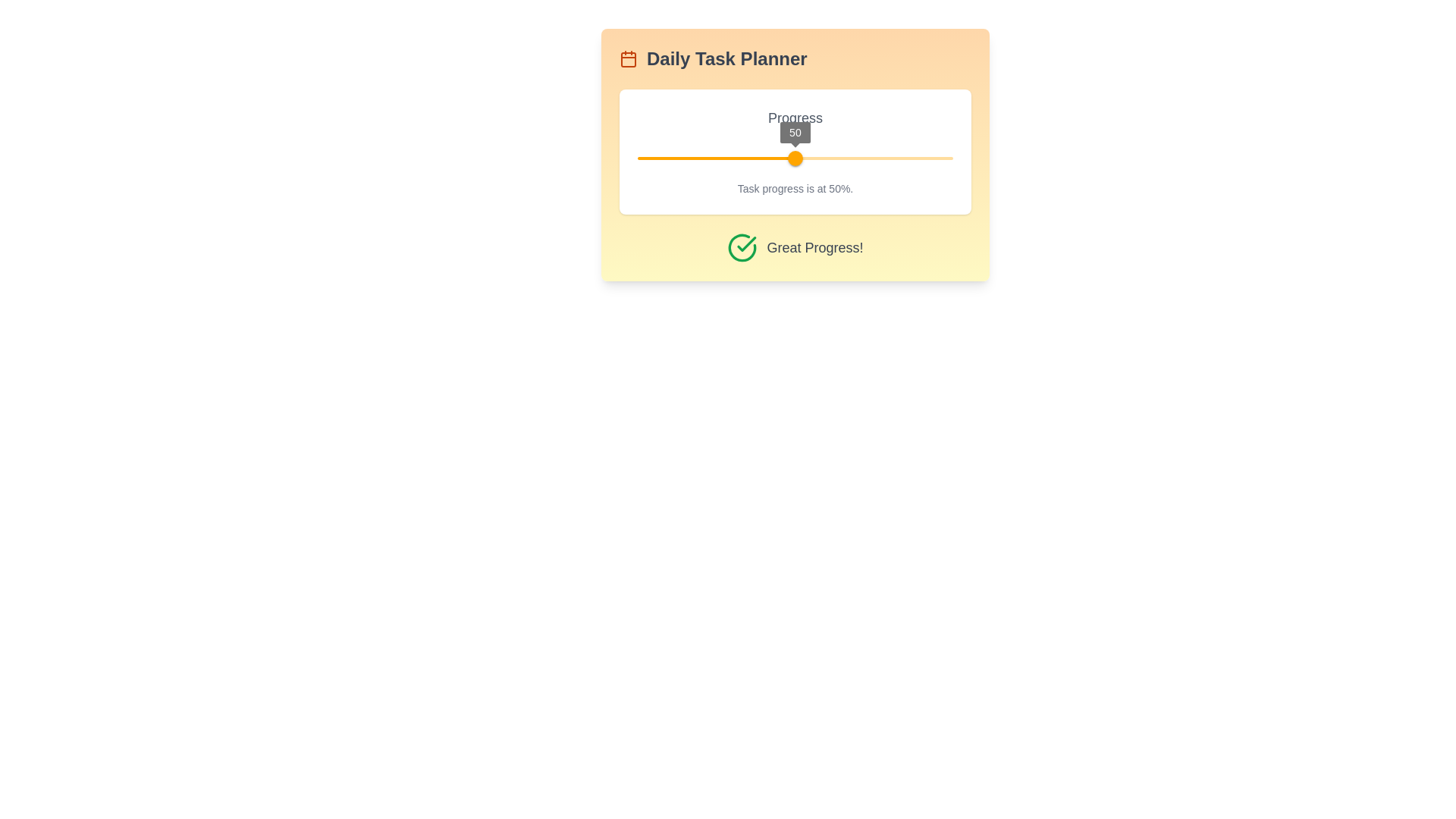  What do you see at coordinates (821, 158) in the screenshot?
I see `the progress value` at bounding box center [821, 158].